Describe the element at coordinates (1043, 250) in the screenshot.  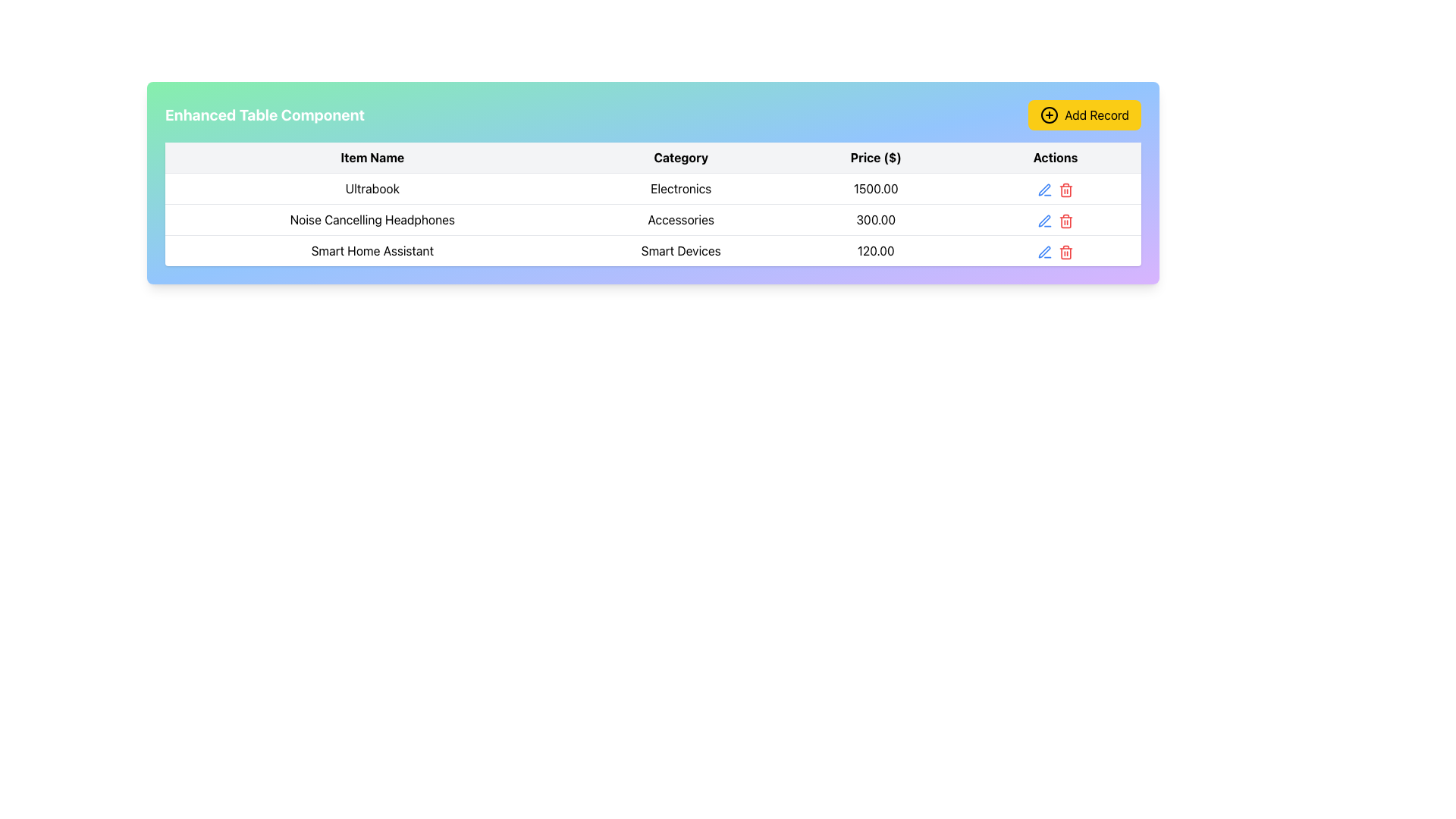
I see `the edit icon located in the 'Actions' column of the last row in the table to initiate editing` at that location.